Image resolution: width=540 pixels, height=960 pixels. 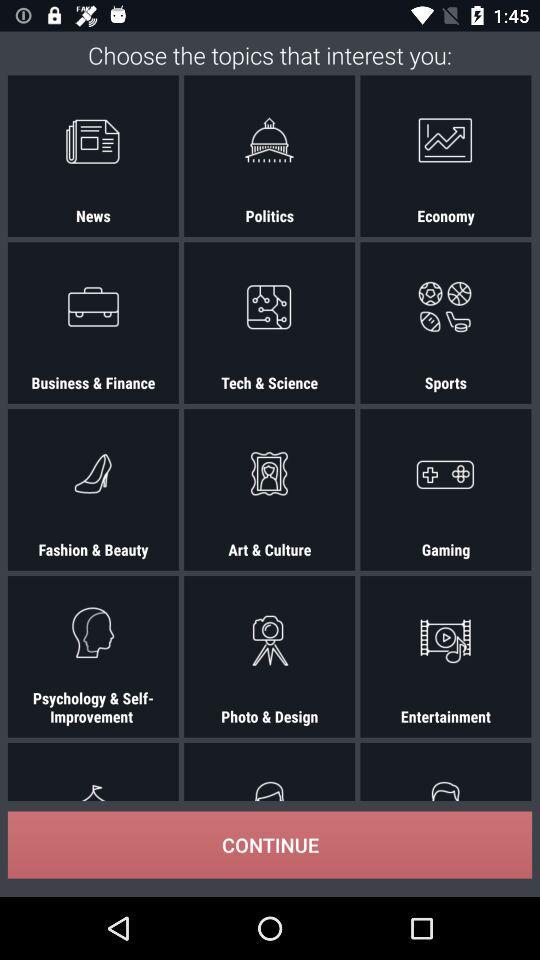 I want to click on the continue, so click(x=270, y=844).